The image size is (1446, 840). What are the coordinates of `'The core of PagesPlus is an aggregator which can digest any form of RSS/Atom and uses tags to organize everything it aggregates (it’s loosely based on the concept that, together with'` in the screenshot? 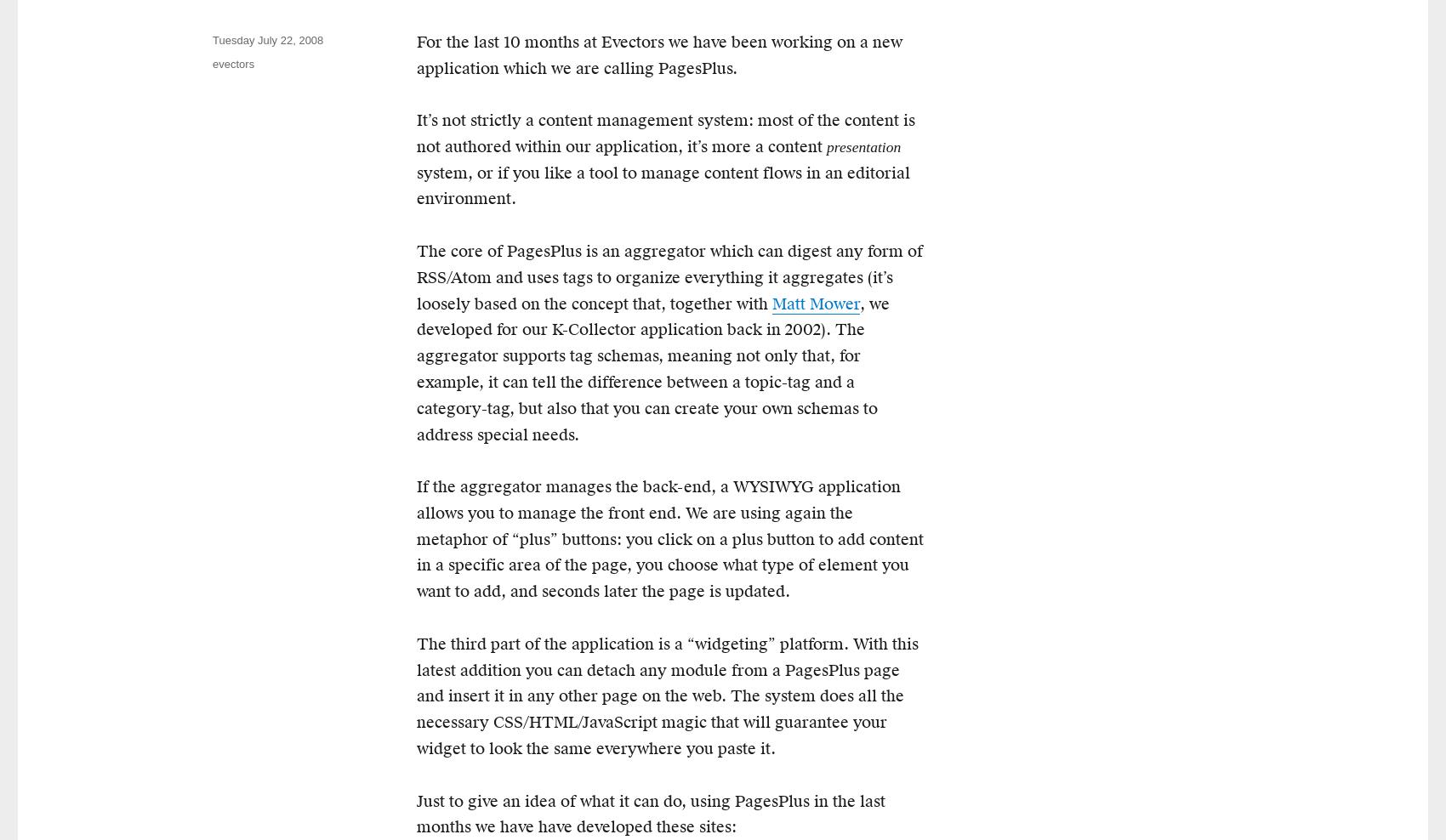 It's located at (669, 277).